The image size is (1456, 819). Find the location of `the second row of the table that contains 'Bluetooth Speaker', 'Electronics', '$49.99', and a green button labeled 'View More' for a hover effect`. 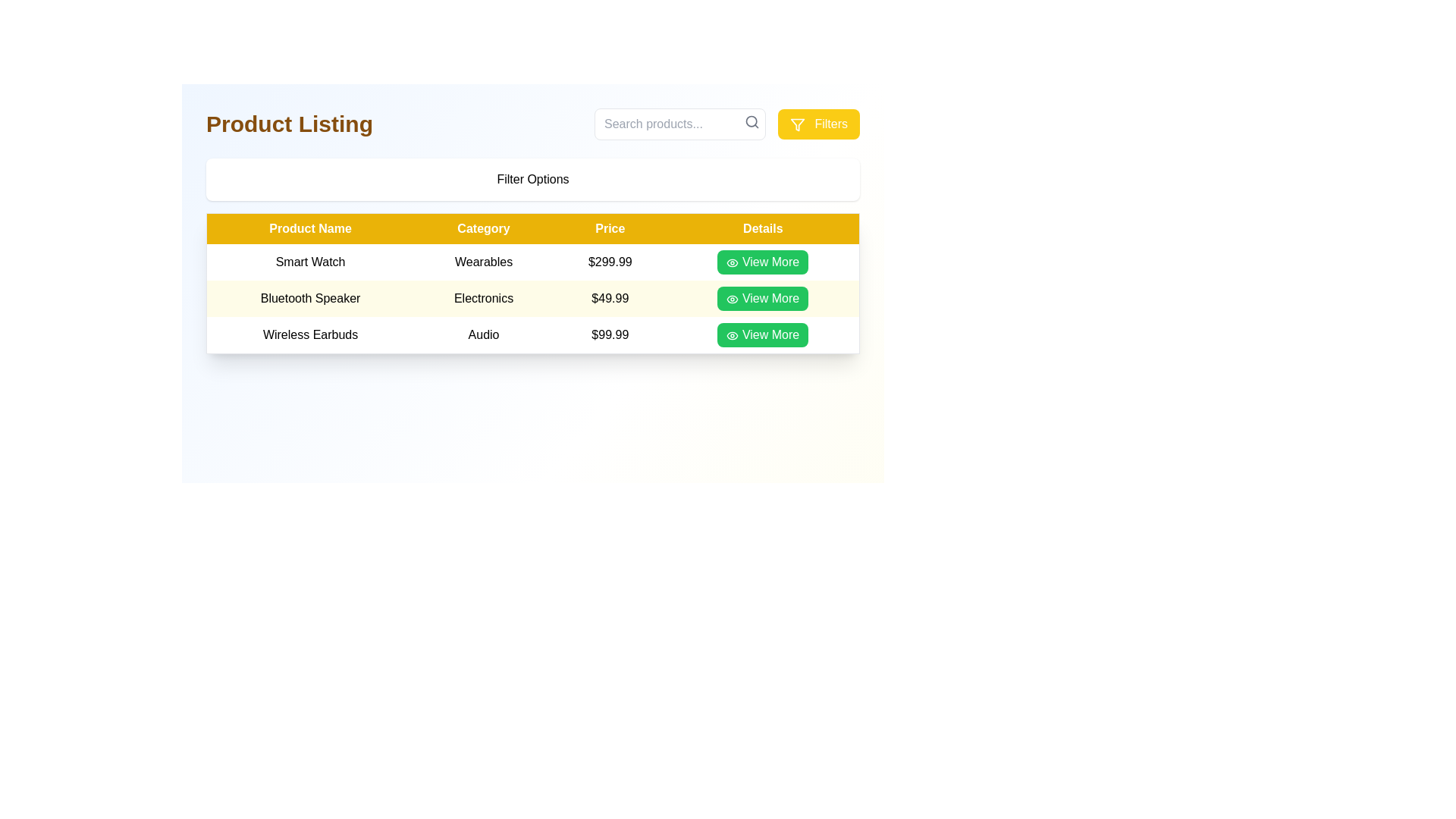

the second row of the table that contains 'Bluetooth Speaker', 'Electronics', '$49.99', and a green button labeled 'View More' for a hover effect is located at coordinates (532, 298).